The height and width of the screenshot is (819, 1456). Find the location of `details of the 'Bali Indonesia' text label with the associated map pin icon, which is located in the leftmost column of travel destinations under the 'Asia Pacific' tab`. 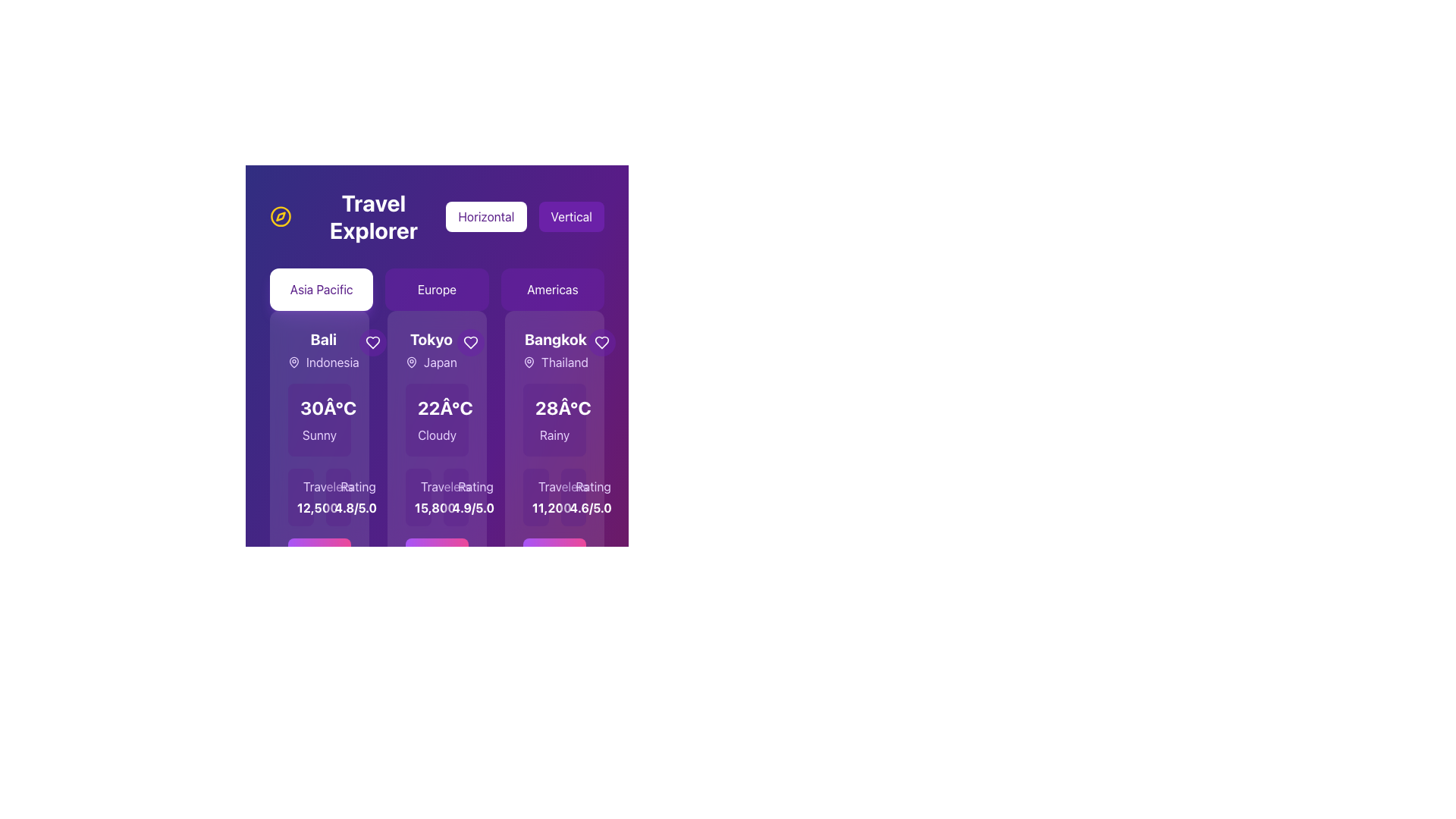

details of the 'Bali Indonesia' text label with the associated map pin icon, which is located in the leftmost column of travel destinations under the 'Asia Pacific' tab is located at coordinates (322, 350).